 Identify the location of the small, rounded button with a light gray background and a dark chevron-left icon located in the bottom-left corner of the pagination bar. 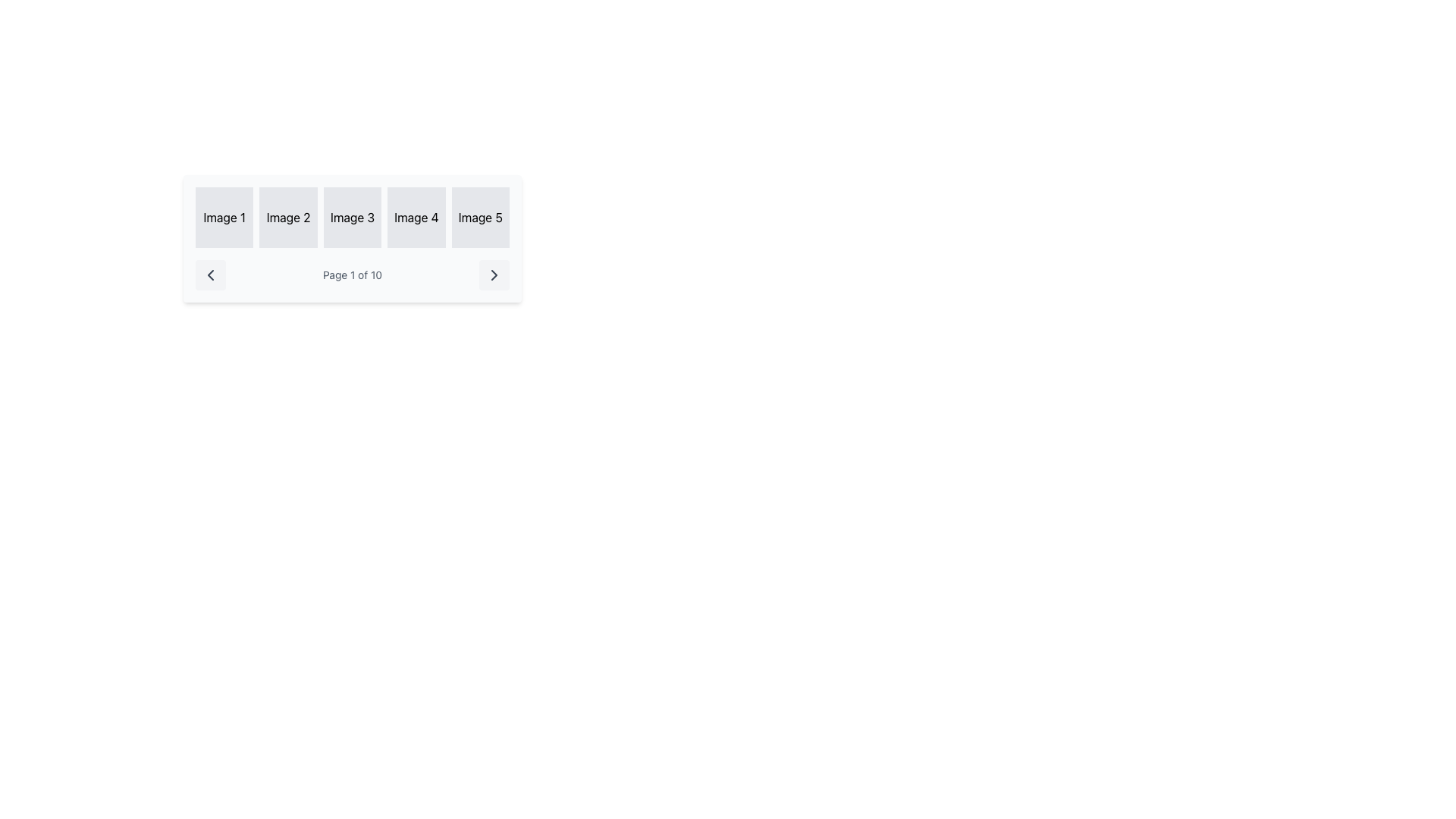
(210, 275).